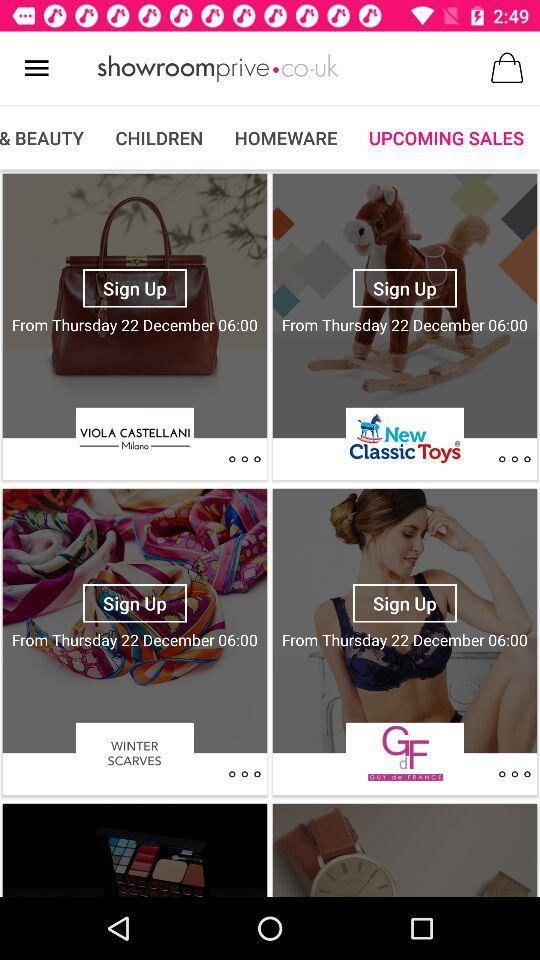 Image resolution: width=540 pixels, height=960 pixels. What do you see at coordinates (405, 602) in the screenshot?
I see `sign up button which is above gf` at bounding box center [405, 602].